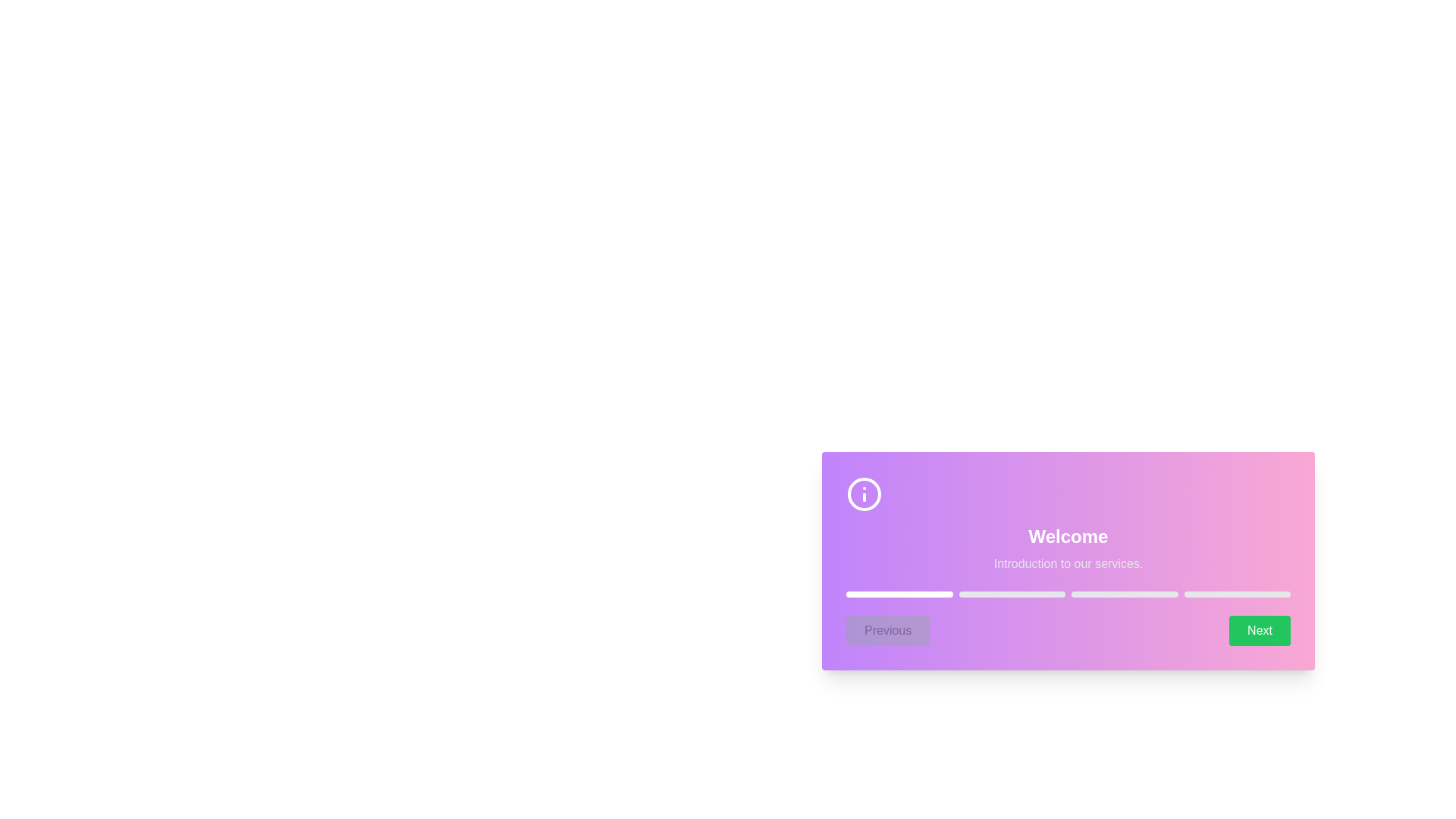 The width and height of the screenshot is (1456, 819). Describe the element at coordinates (1260, 631) in the screenshot. I see `the Next button to navigate between steps` at that location.